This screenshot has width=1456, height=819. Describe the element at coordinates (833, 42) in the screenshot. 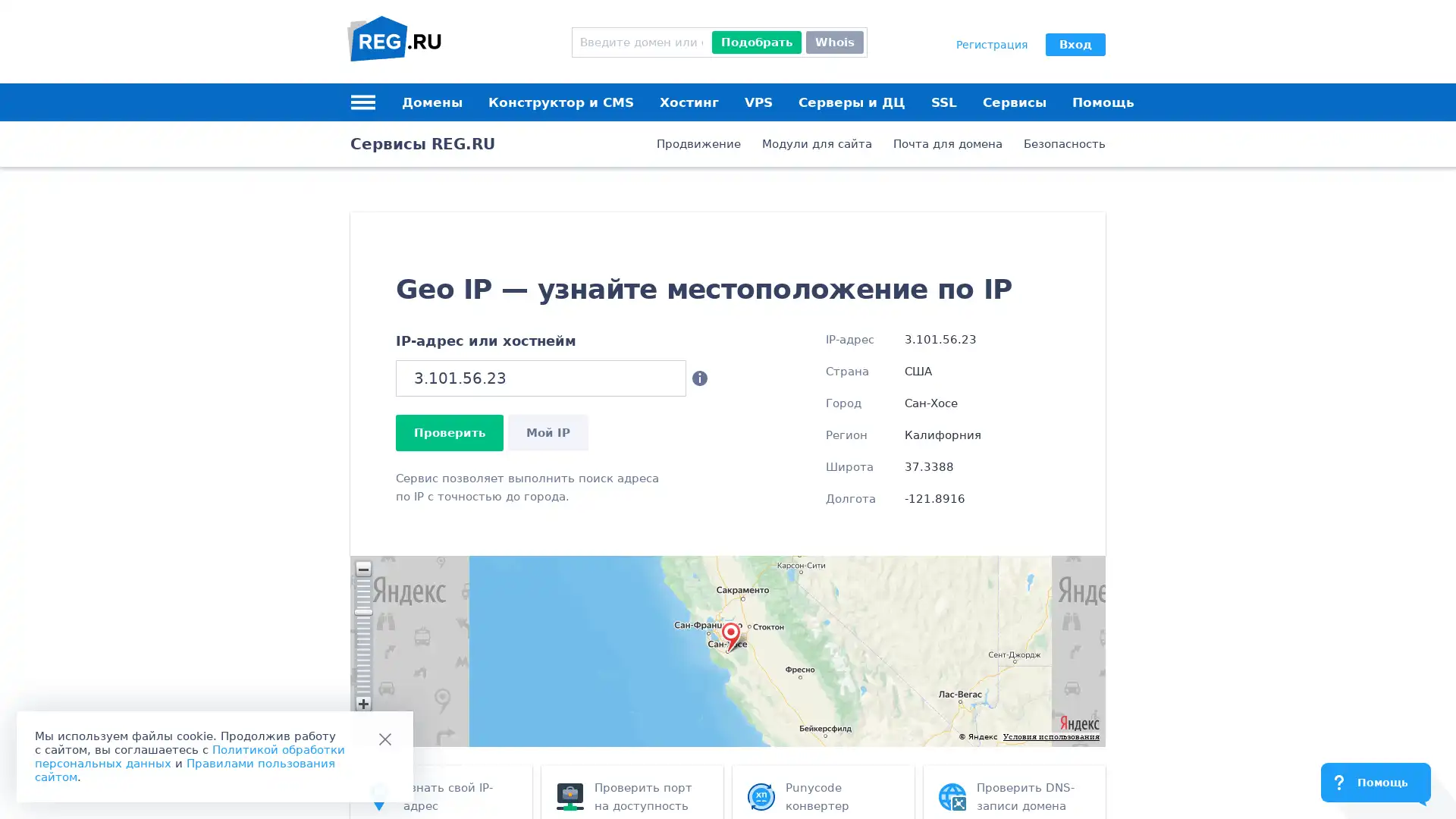

I see `Whois` at that location.